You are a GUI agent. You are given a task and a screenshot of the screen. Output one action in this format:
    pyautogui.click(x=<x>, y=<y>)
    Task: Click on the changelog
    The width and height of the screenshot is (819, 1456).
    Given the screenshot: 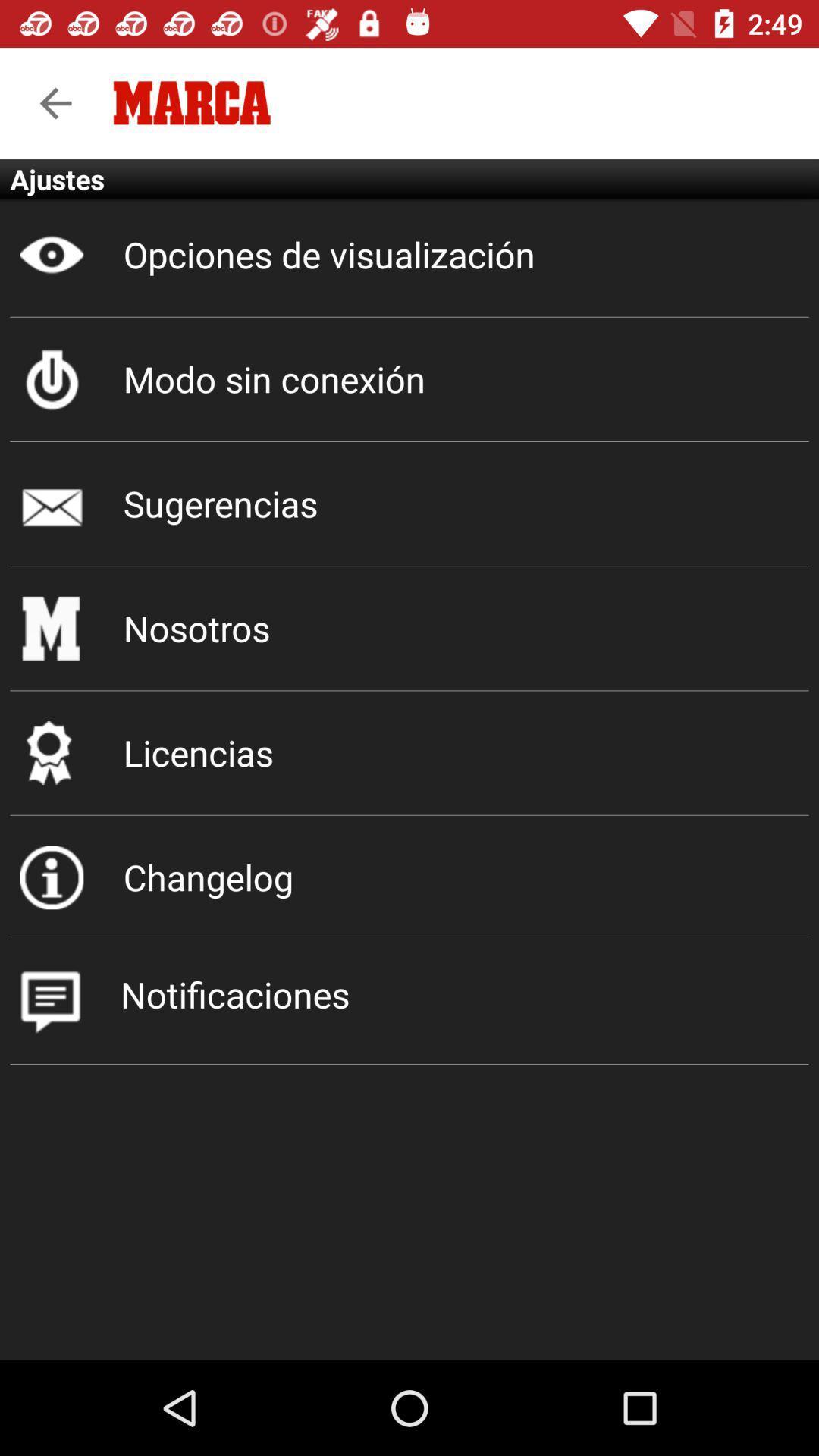 What is the action you would take?
    pyautogui.click(x=409, y=877)
    